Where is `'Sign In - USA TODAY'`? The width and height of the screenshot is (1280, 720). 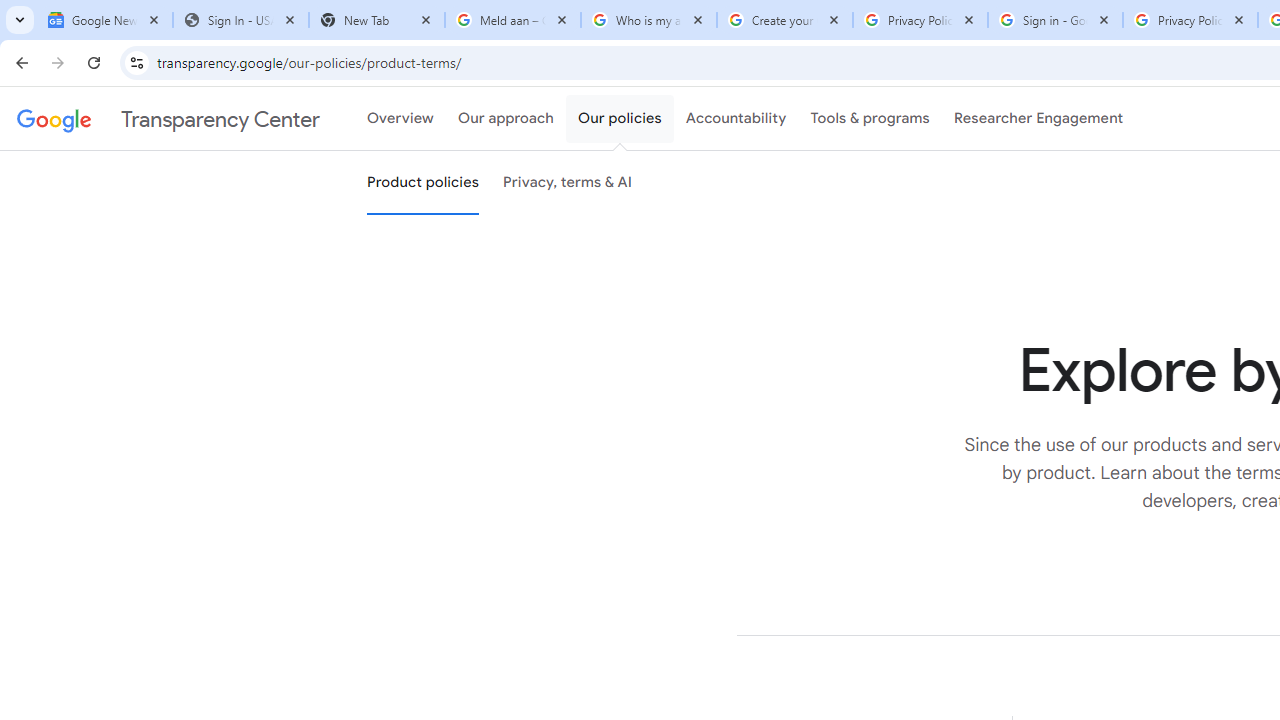 'Sign In - USA TODAY' is located at coordinates (240, 20).